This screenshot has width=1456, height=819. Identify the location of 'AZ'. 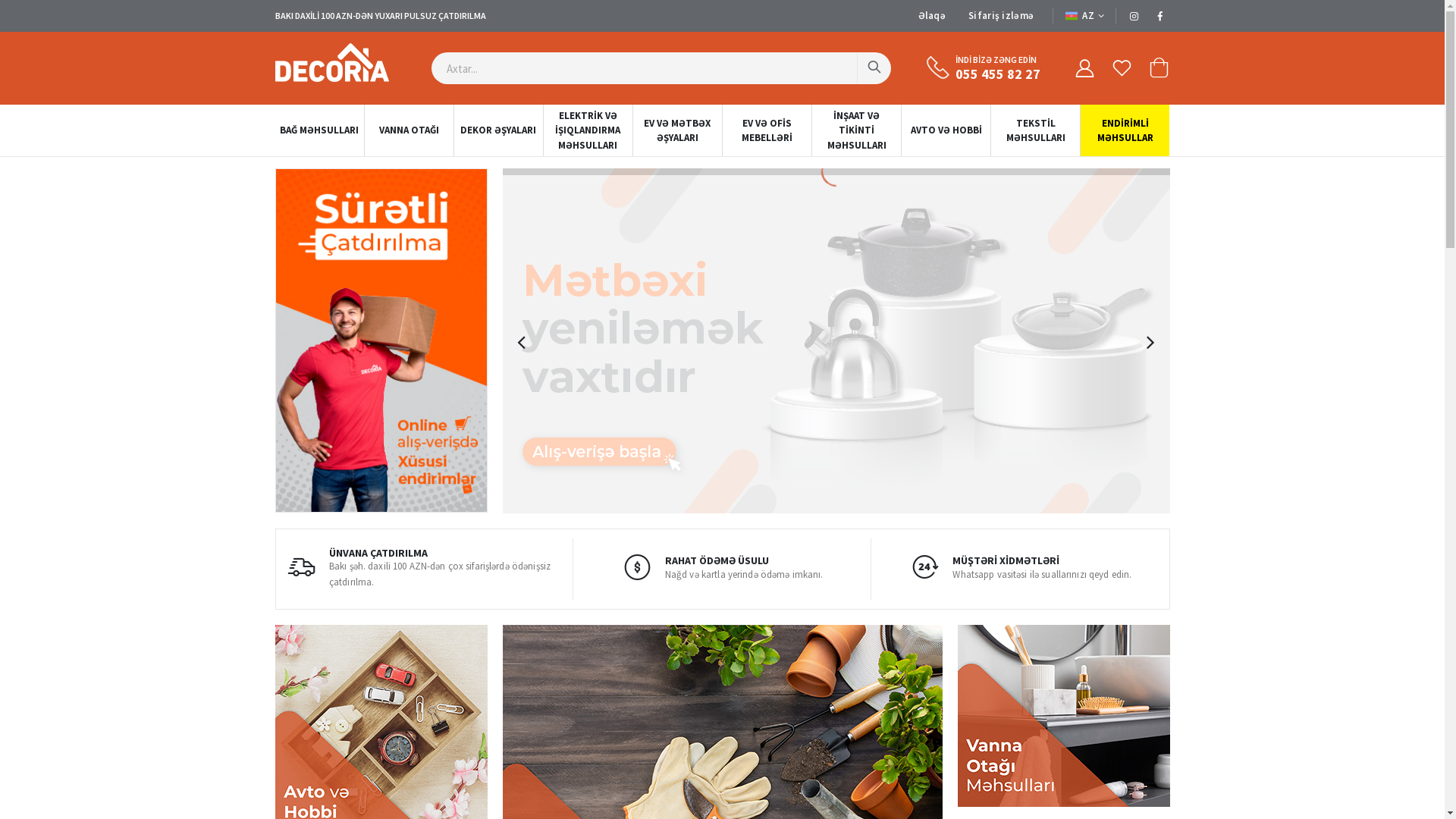
(1084, 15).